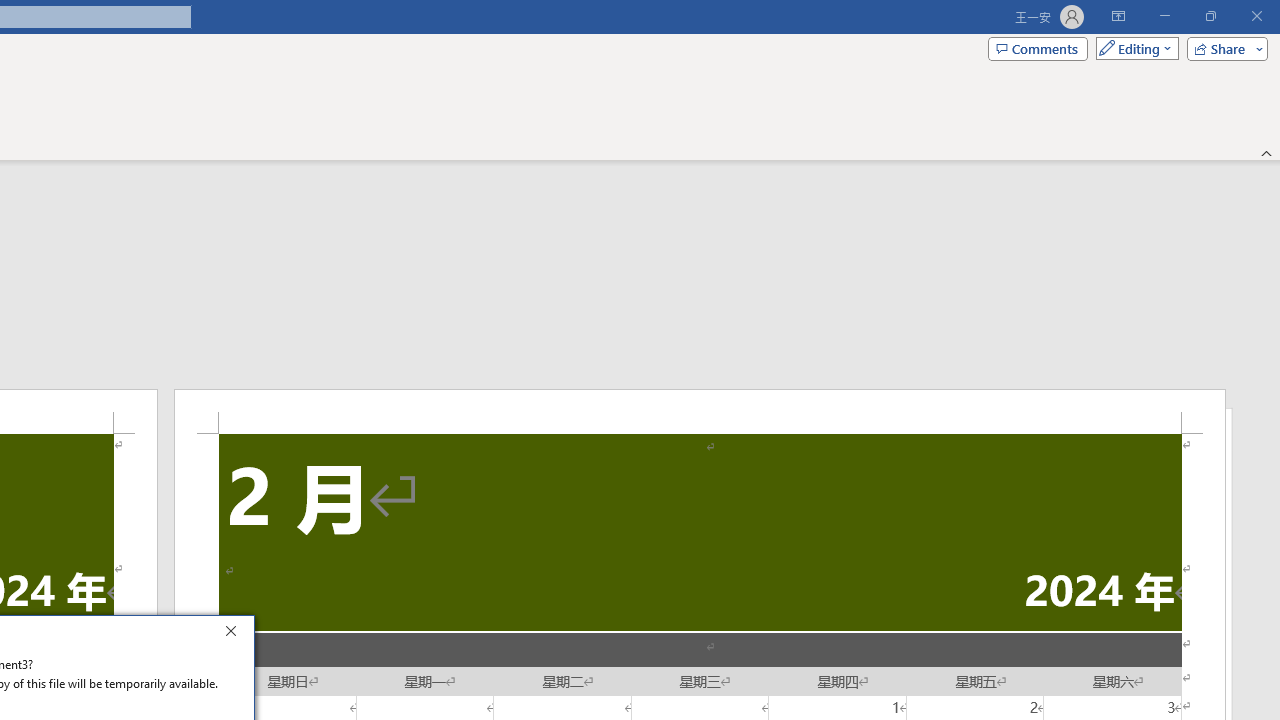 Image resolution: width=1280 pixels, height=720 pixels. What do you see at coordinates (1266, 152) in the screenshot?
I see `'Collapse the Ribbon'` at bounding box center [1266, 152].